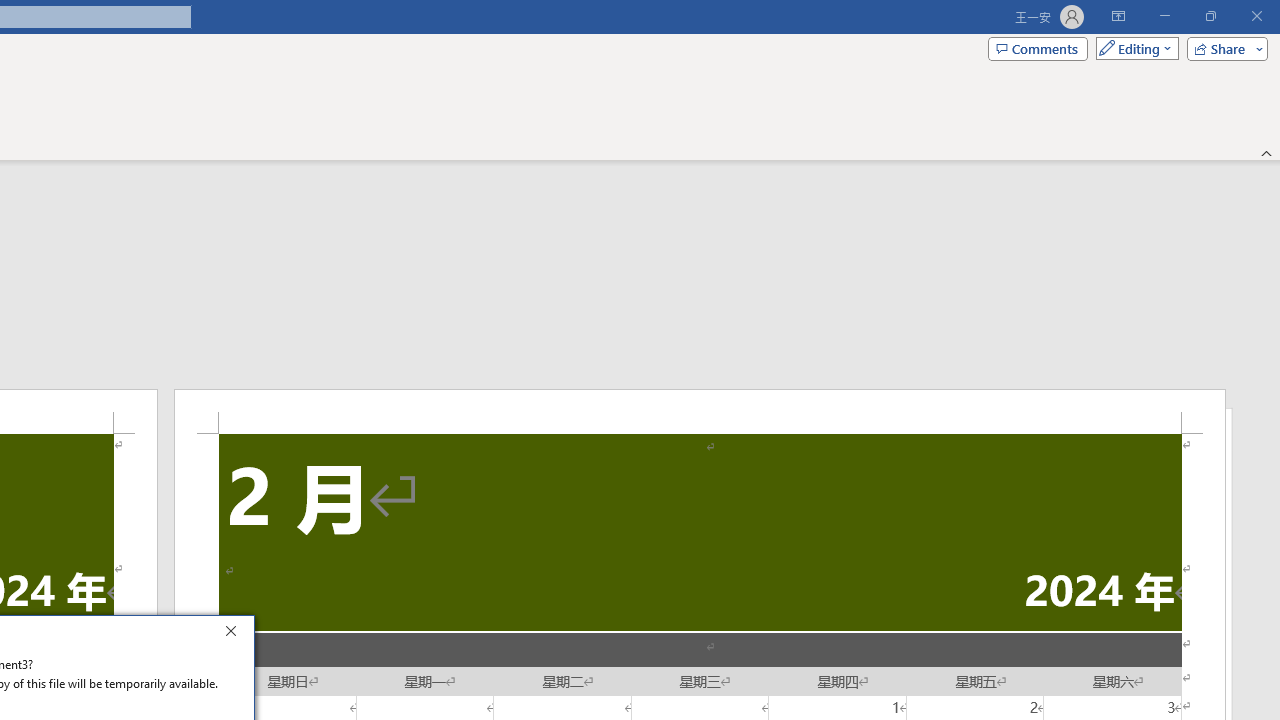 Image resolution: width=1280 pixels, height=720 pixels. What do you see at coordinates (1266, 152) in the screenshot?
I see `'Collapse the Ribbon'` at bounding box center [1266, 152].